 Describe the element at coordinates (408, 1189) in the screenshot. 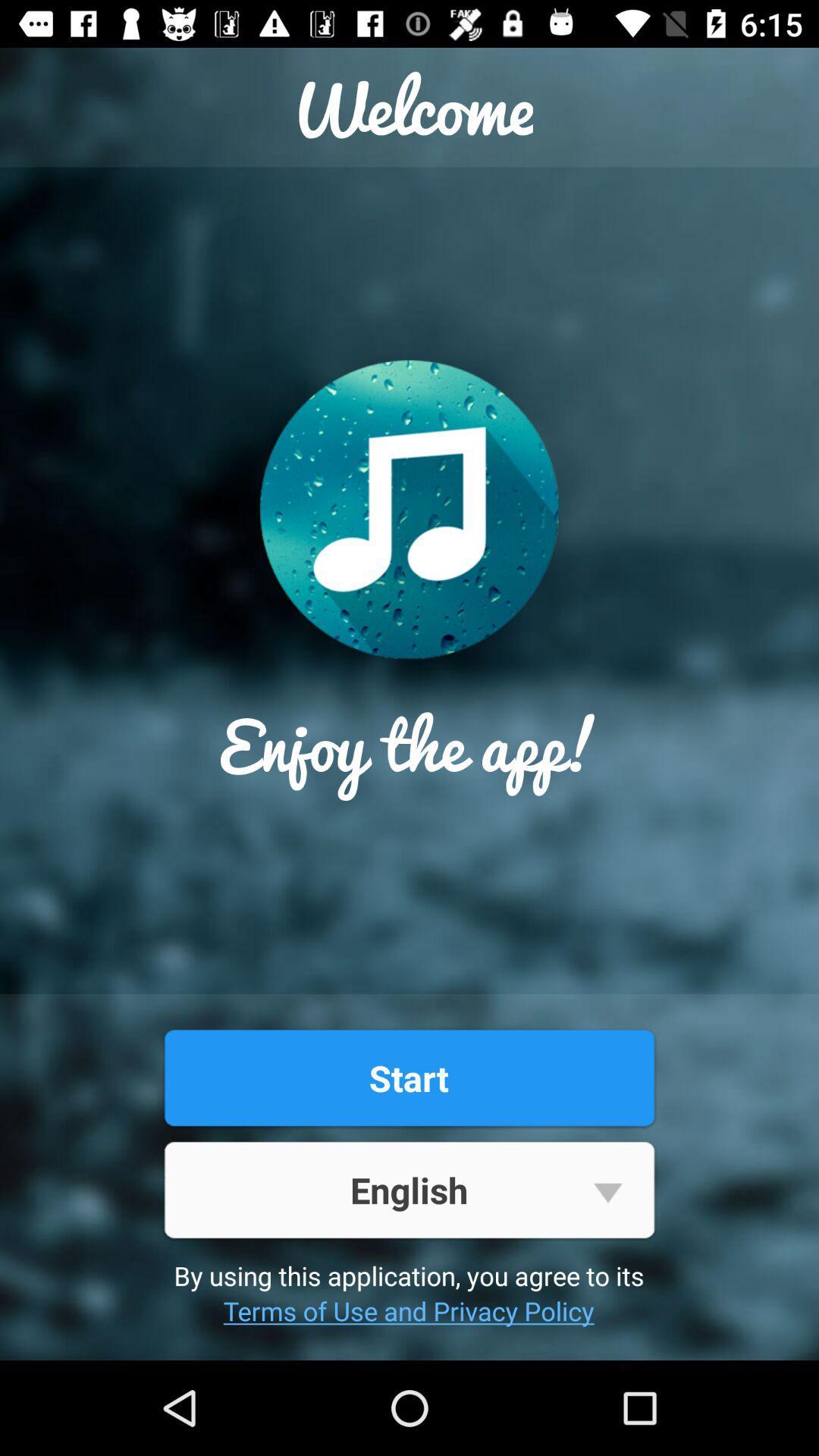

I see `the english item` at that location.